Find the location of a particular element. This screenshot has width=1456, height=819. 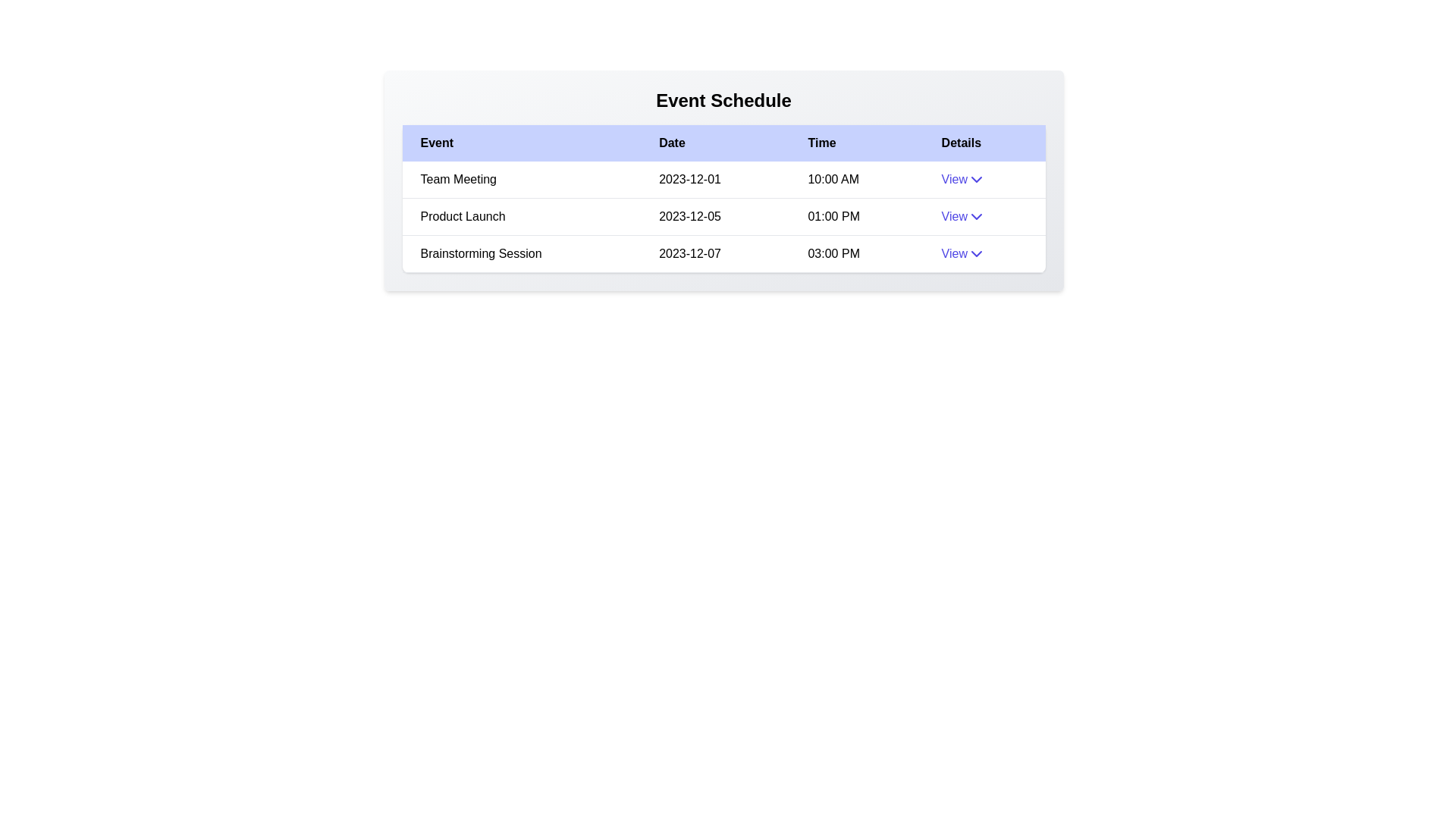

the column header labeled 'Time' to sort the table by that column is located at coordinates (856, 143).